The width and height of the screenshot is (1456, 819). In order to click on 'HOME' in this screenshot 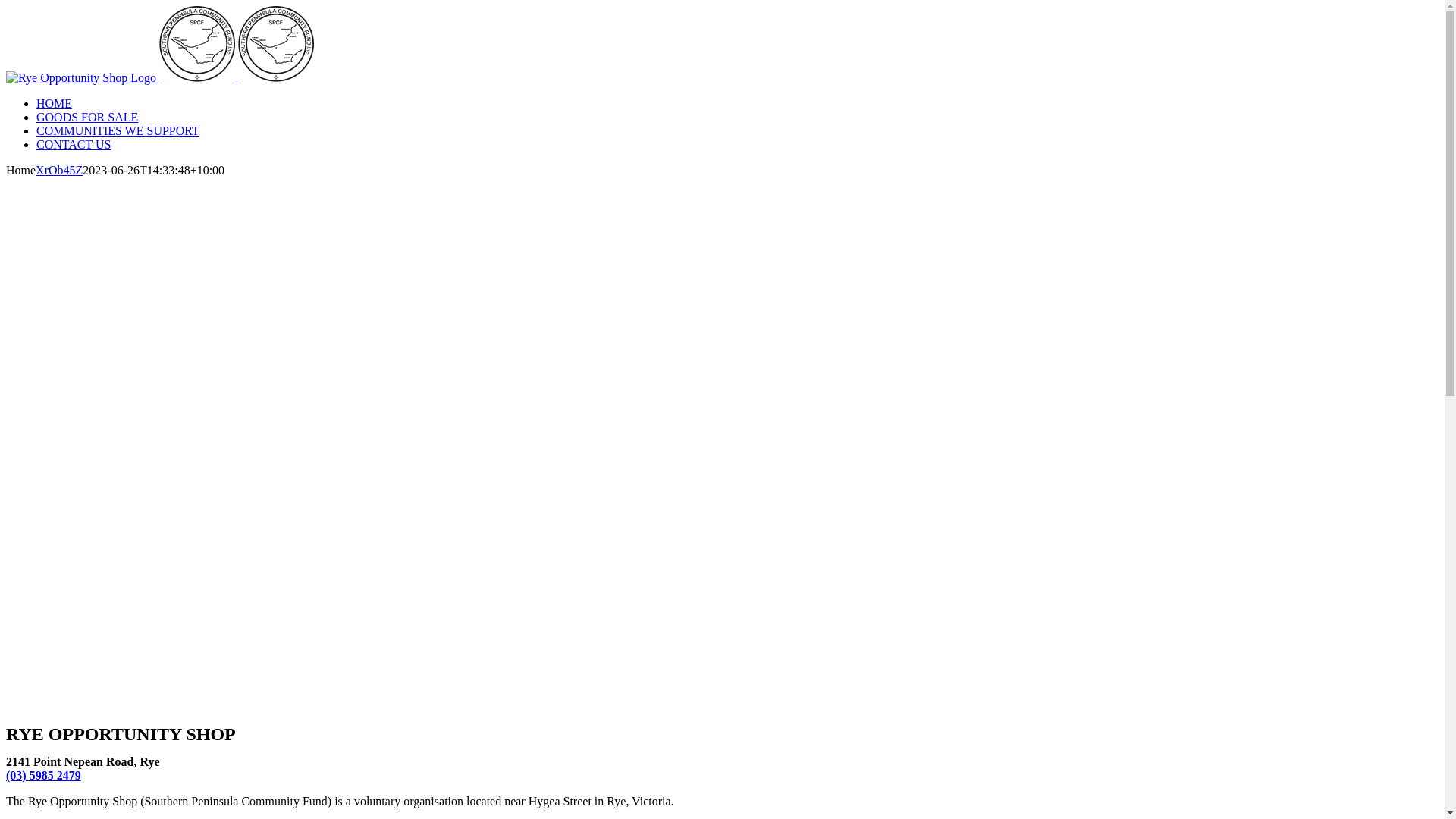, I will do `click(36, 102)`.